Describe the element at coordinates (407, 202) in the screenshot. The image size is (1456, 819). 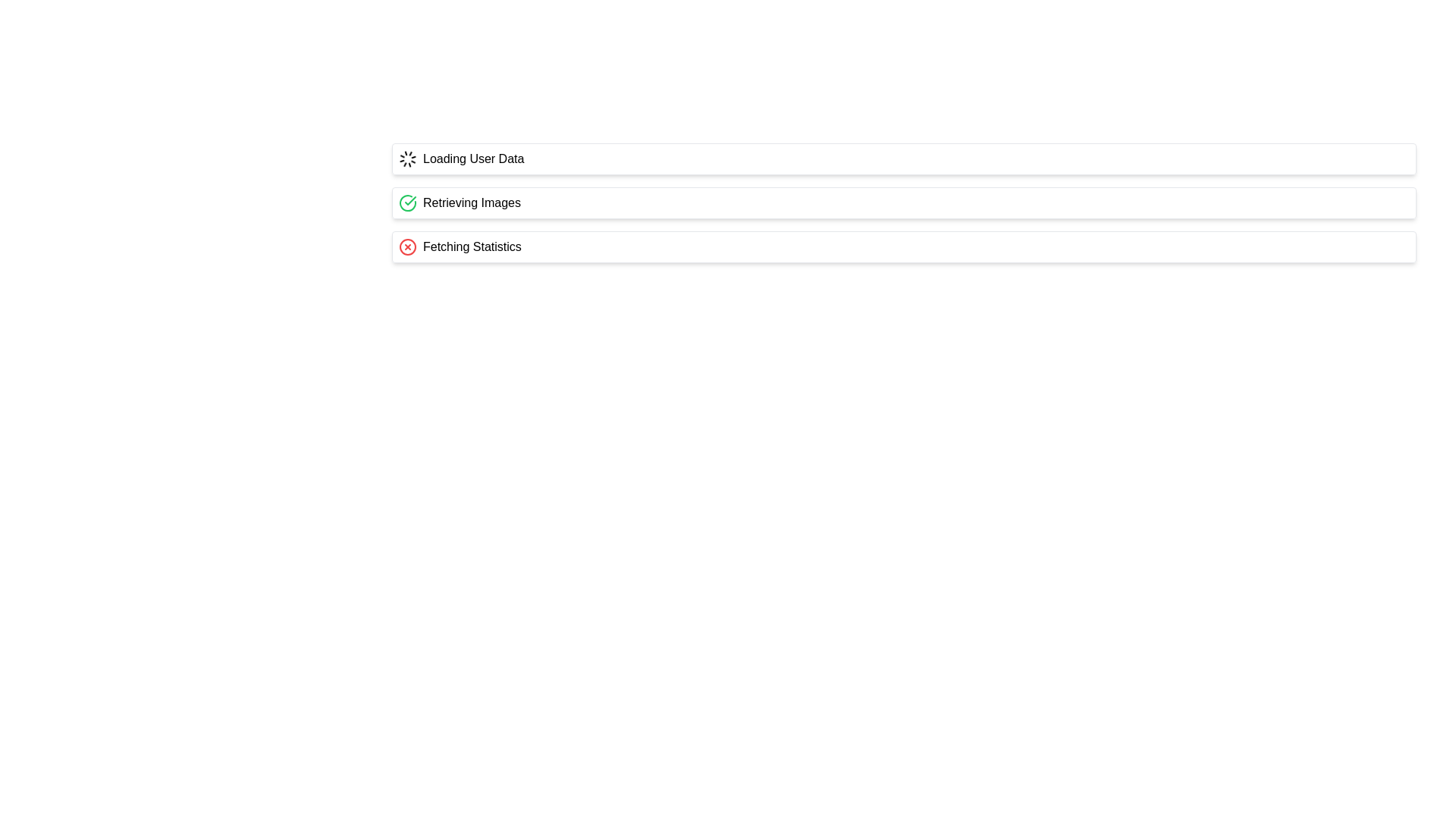
I see `the green checkmark icon inside the 'Retrieving Images' list item by moving the cursor to it` at that location.